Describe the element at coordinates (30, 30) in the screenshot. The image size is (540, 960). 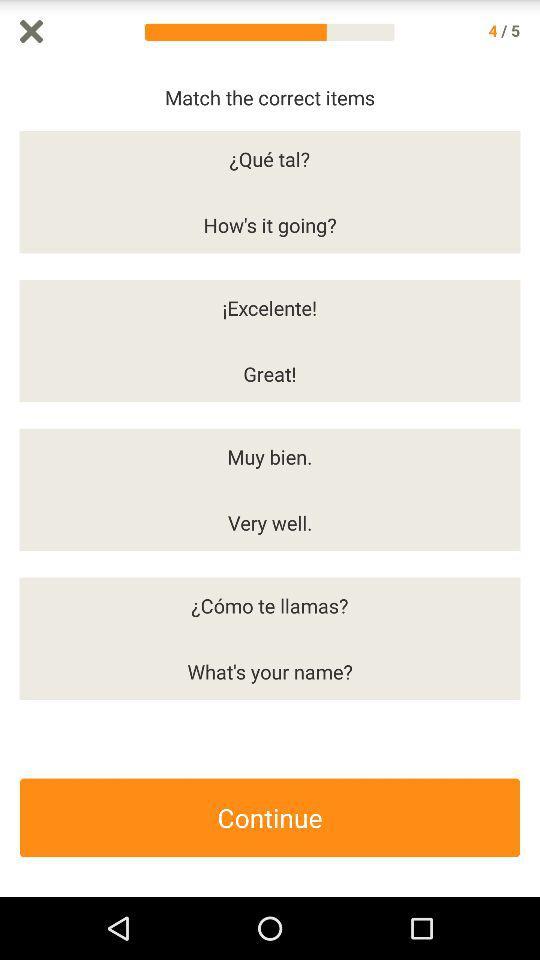
I see `the window used` at that location.